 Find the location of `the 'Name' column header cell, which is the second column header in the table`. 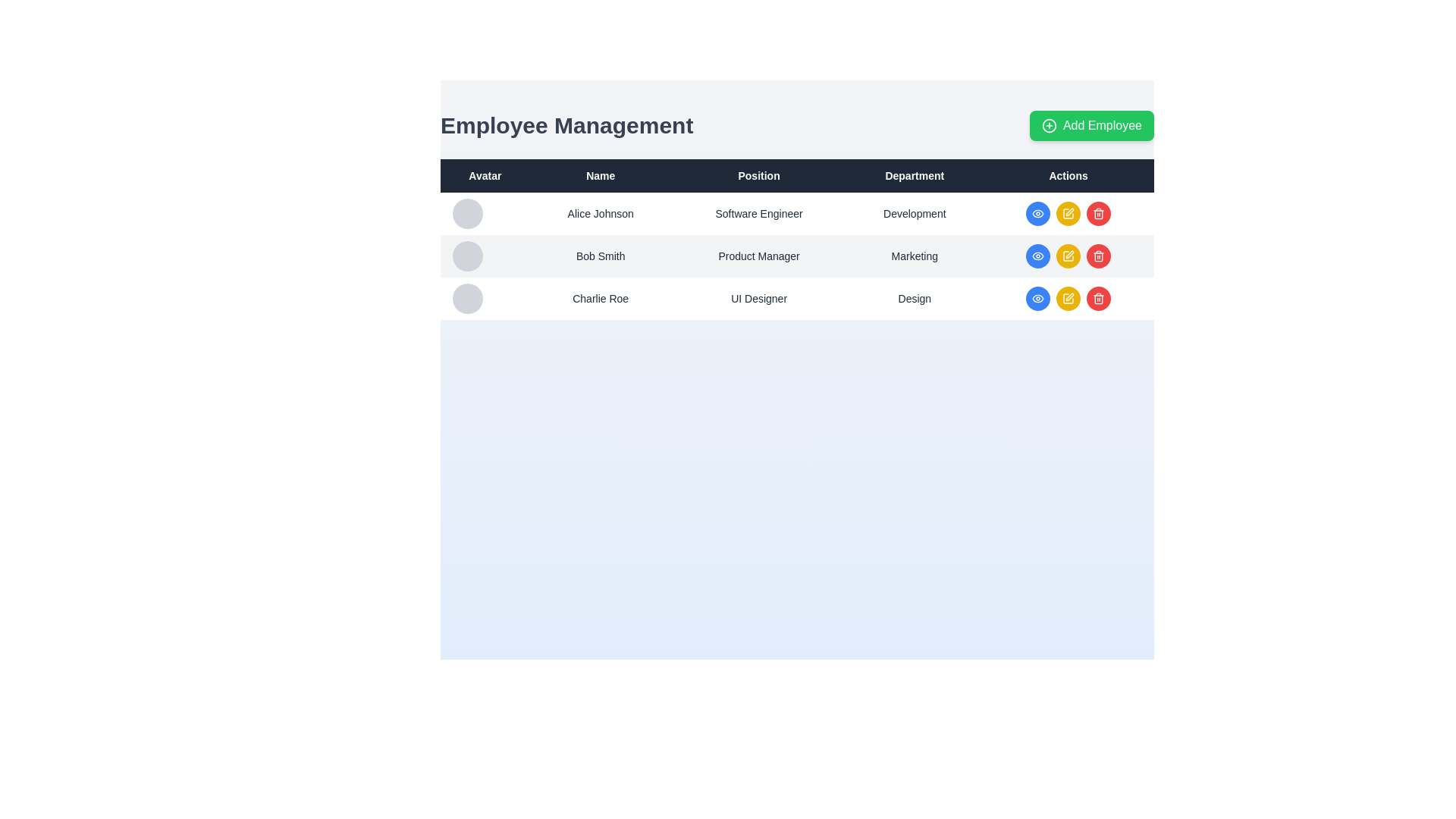

the 'Name' column header cell, which is the second column header in the table is located at coordinates (600, 174).